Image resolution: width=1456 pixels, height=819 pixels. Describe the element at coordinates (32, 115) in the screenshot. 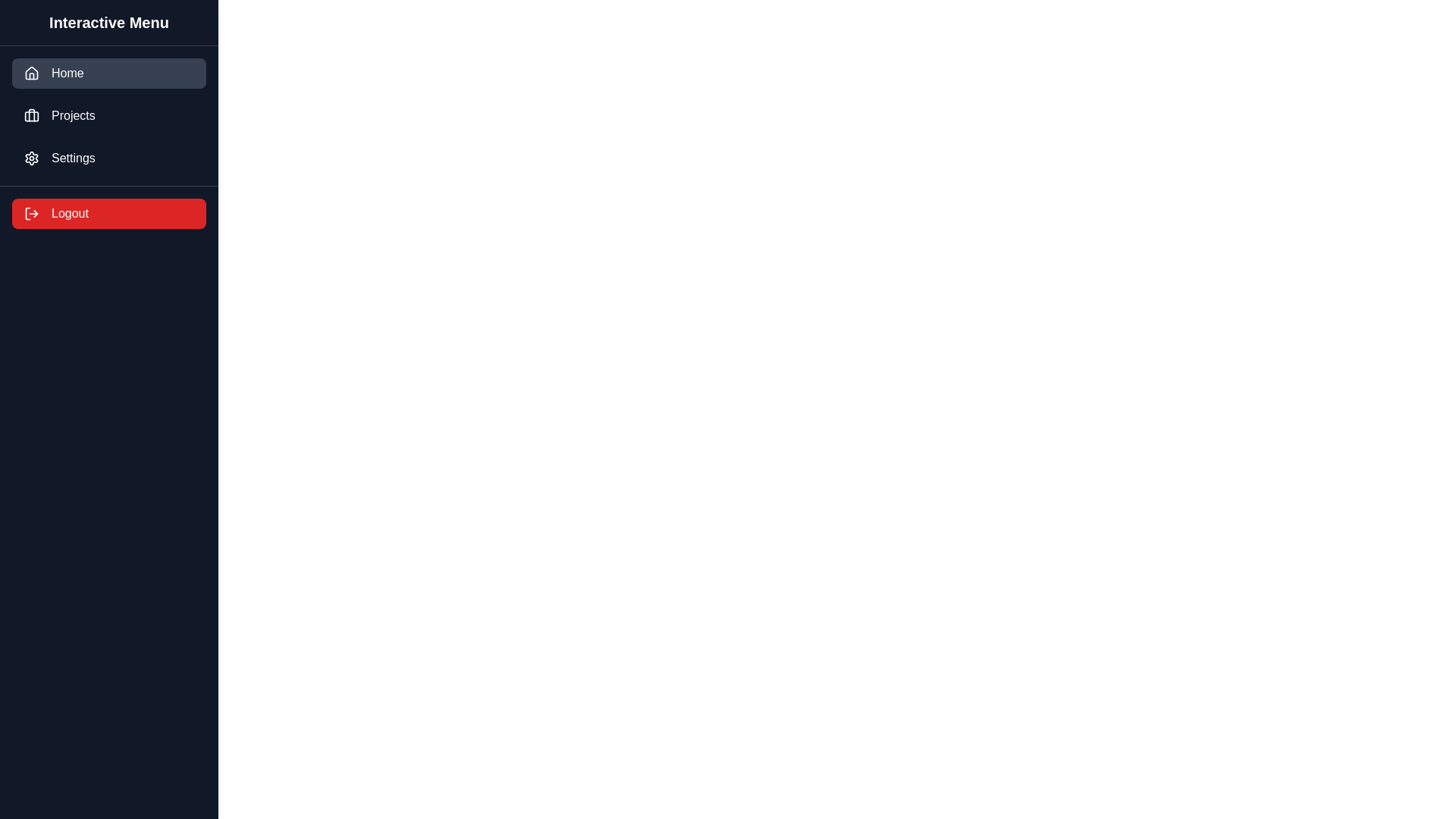

I see `the briefcase icon representing the 'Projects' menu option in the sidebar` at that location.